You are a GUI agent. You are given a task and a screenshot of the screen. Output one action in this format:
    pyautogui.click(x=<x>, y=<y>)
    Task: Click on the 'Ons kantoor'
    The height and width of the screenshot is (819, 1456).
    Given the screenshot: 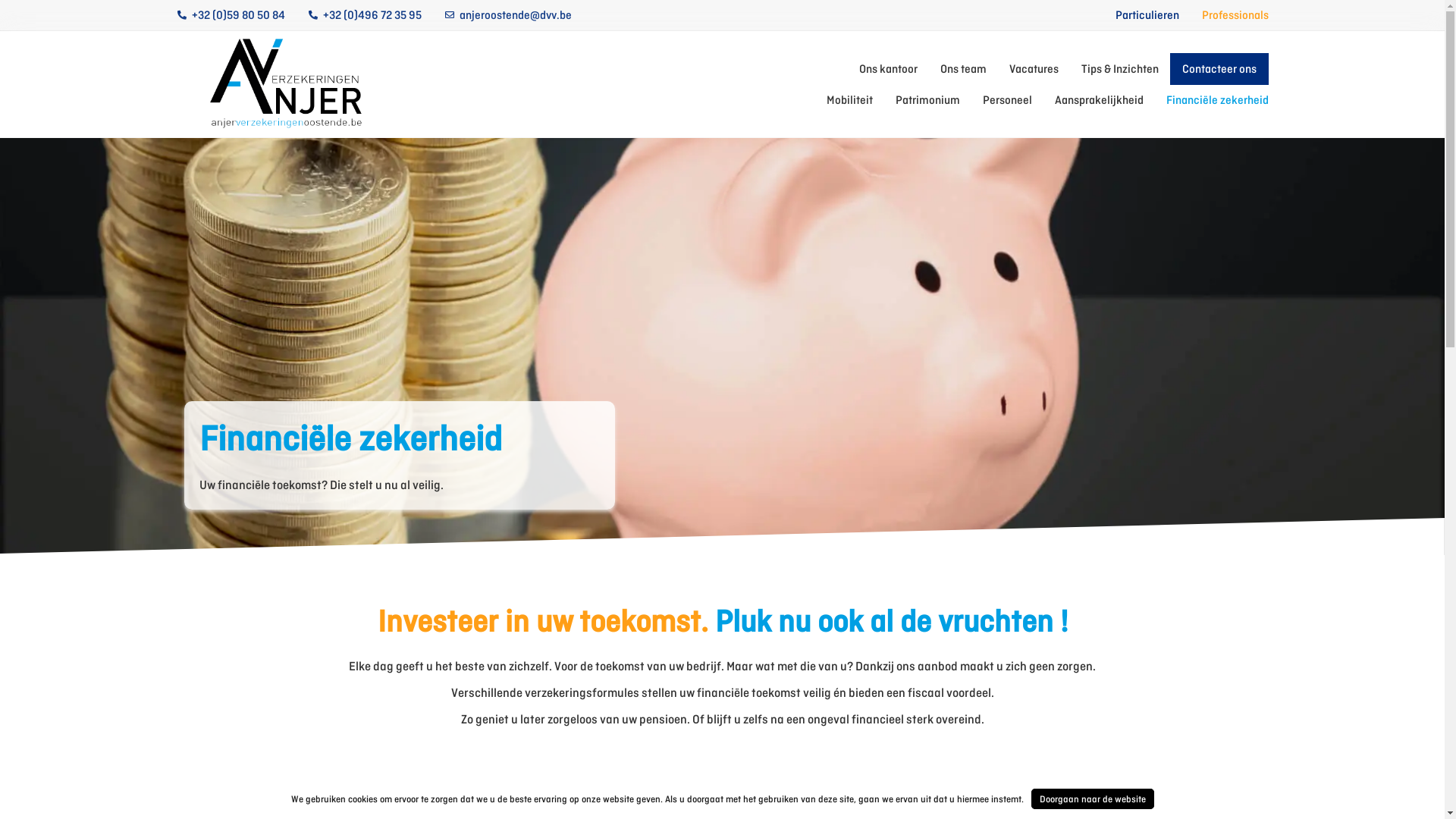 What is the action you would take?
    pyautogui.click(x=858, y=69)
    